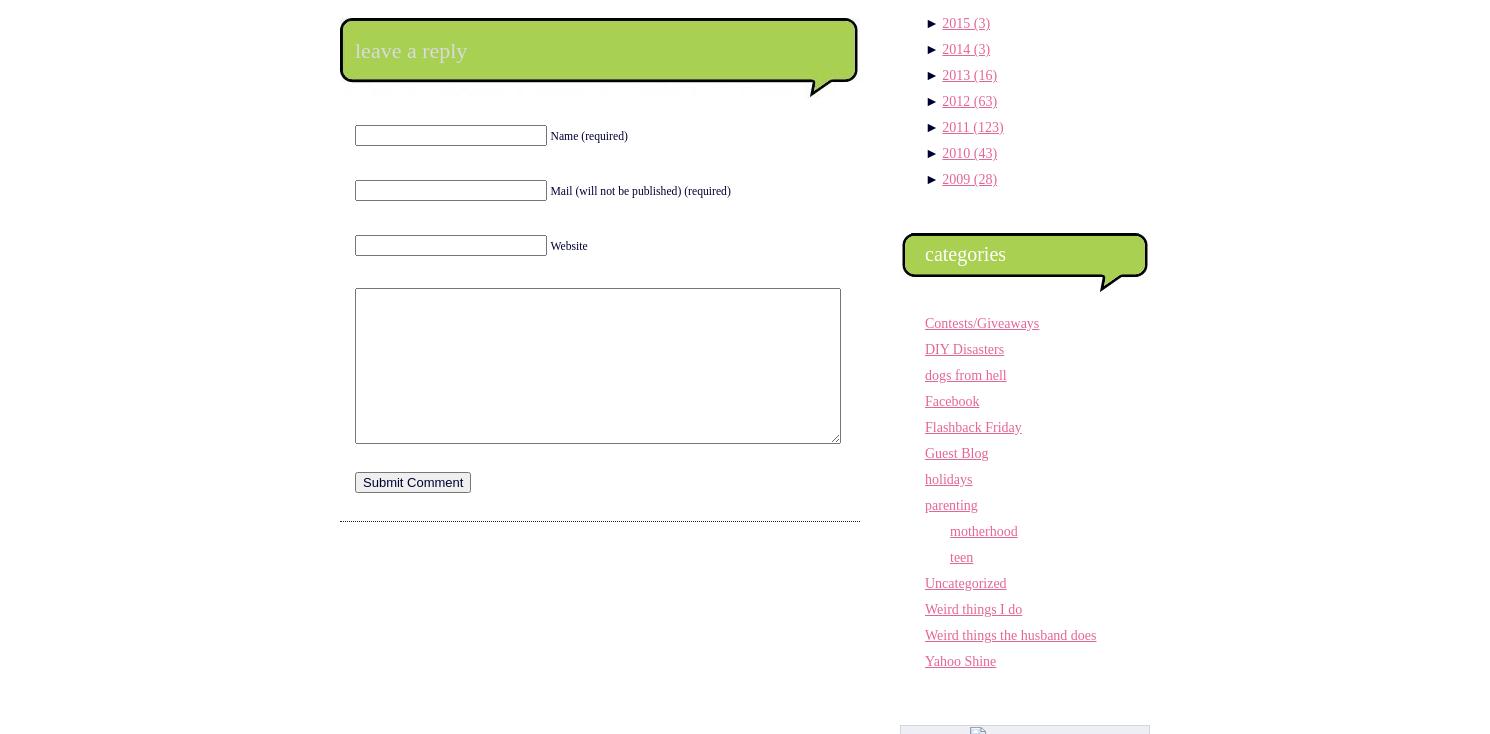 This screenshot has width=1490, height=734. I want to click on '(43)', so click(985, 152).